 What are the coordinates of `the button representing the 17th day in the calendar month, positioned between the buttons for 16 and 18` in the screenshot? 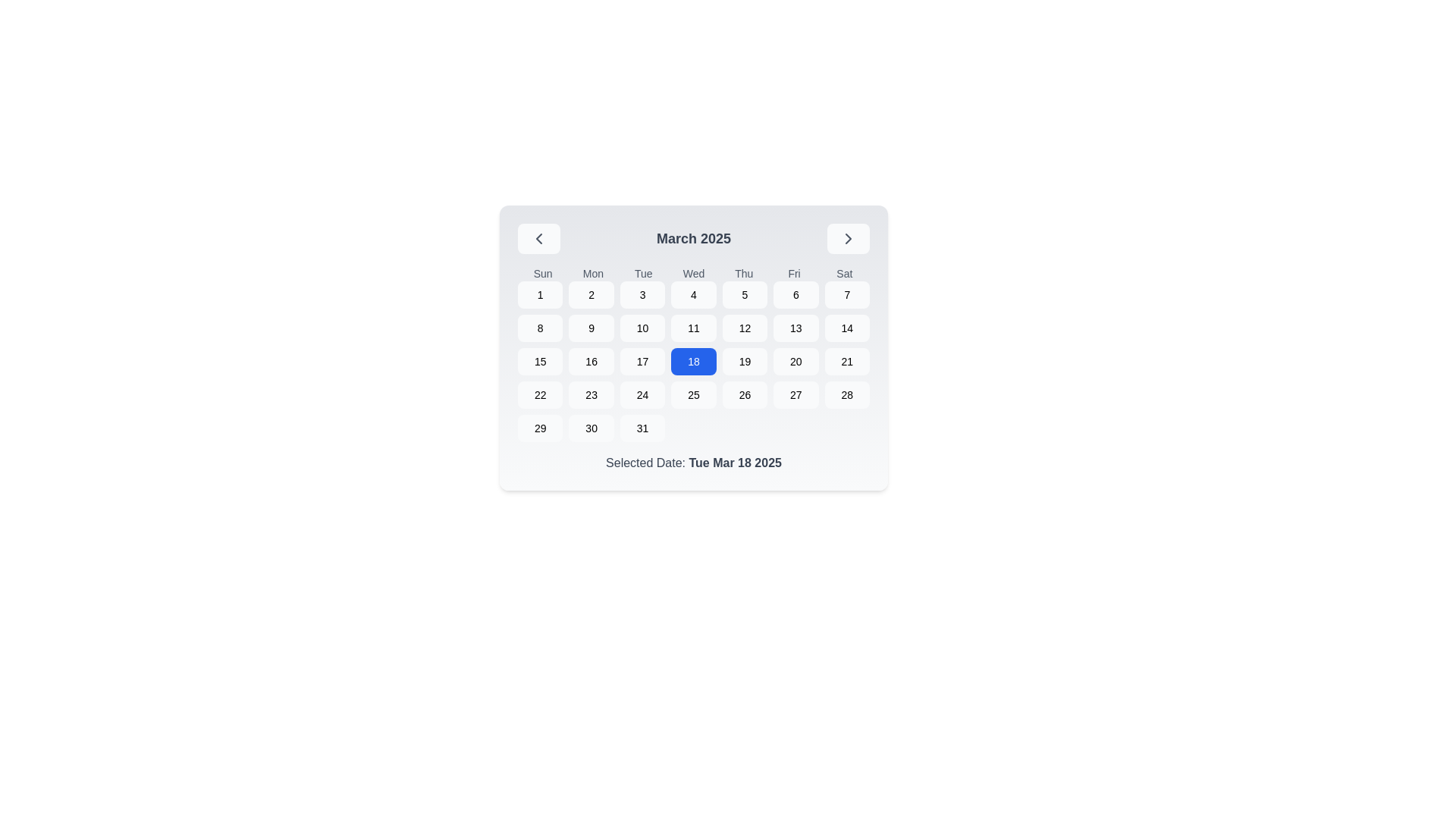 It's located at (642, 362).